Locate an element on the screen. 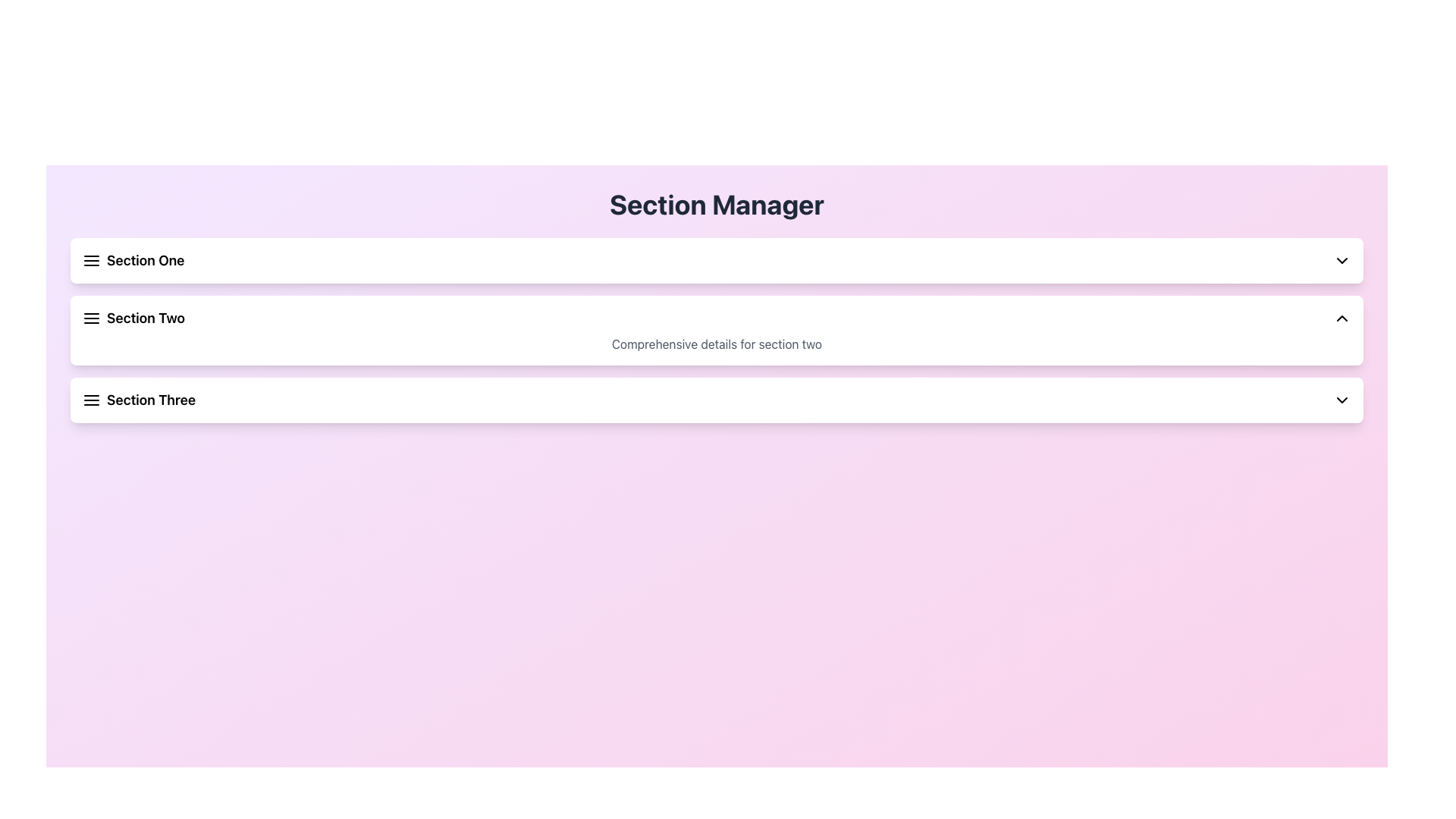 This screenshot has width=1456, height=819. the 'Section Manager' text label, which is a prominently styled header in bold font, centered within the interface and features a pastel gradient background is located at coordinates (716, 205).